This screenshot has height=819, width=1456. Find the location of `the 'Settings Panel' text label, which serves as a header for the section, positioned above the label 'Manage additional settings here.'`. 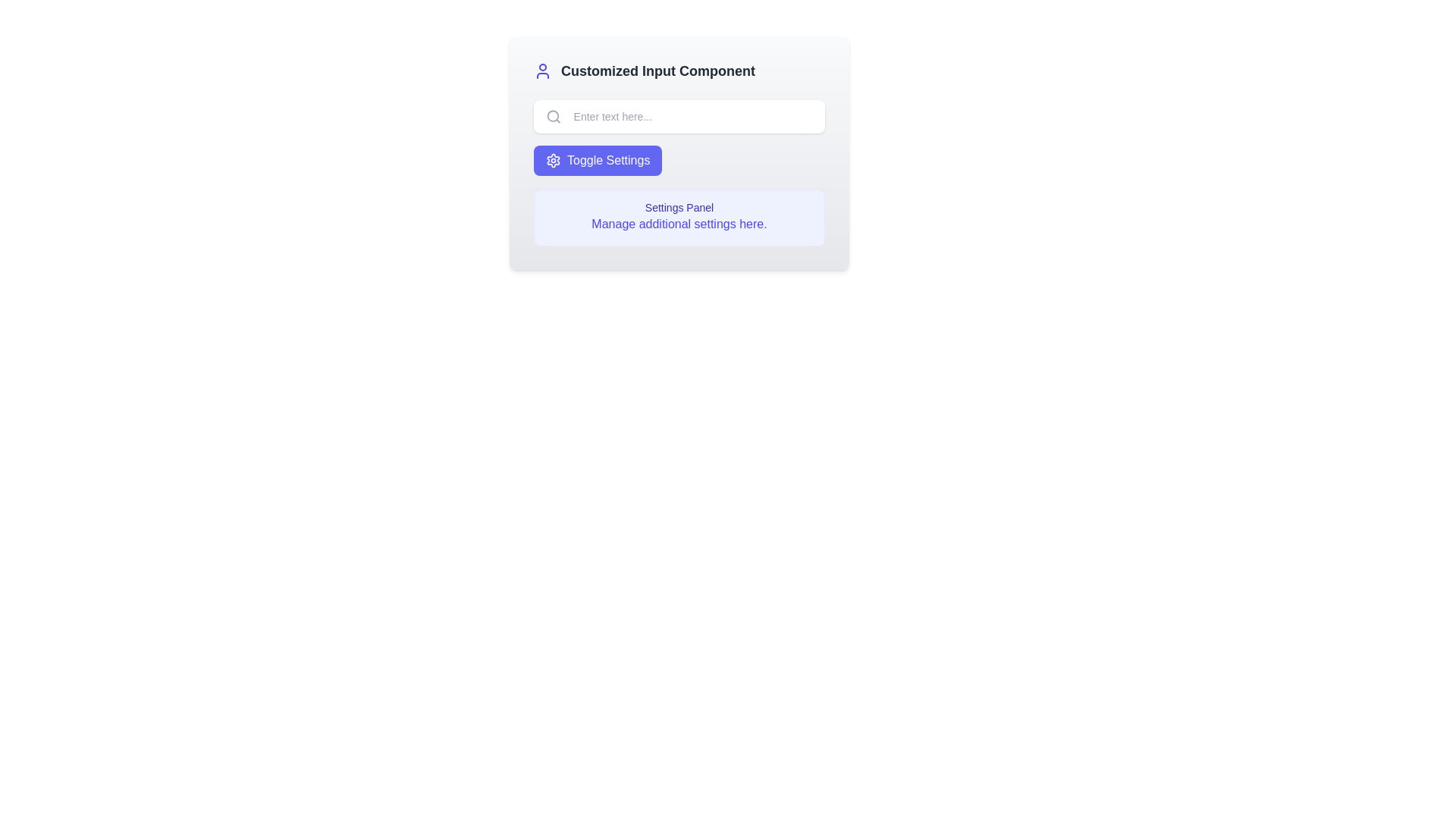

the 'Settings Panel' text label, which serves as a header for the section, positioned above the label 'Manage additional settings here.' is located at coordinates (679, 207).